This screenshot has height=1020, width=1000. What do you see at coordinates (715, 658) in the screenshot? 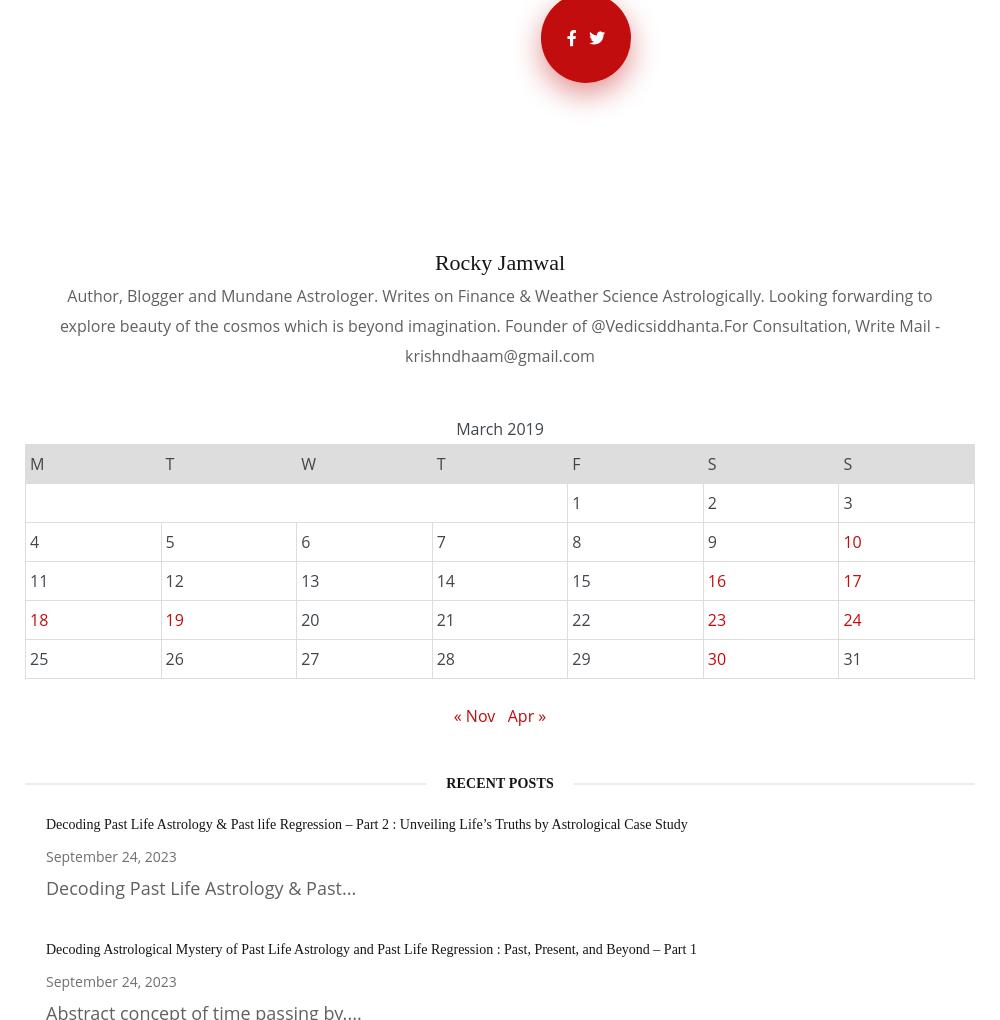
I see `'30'` at bounding box center [715, 658].